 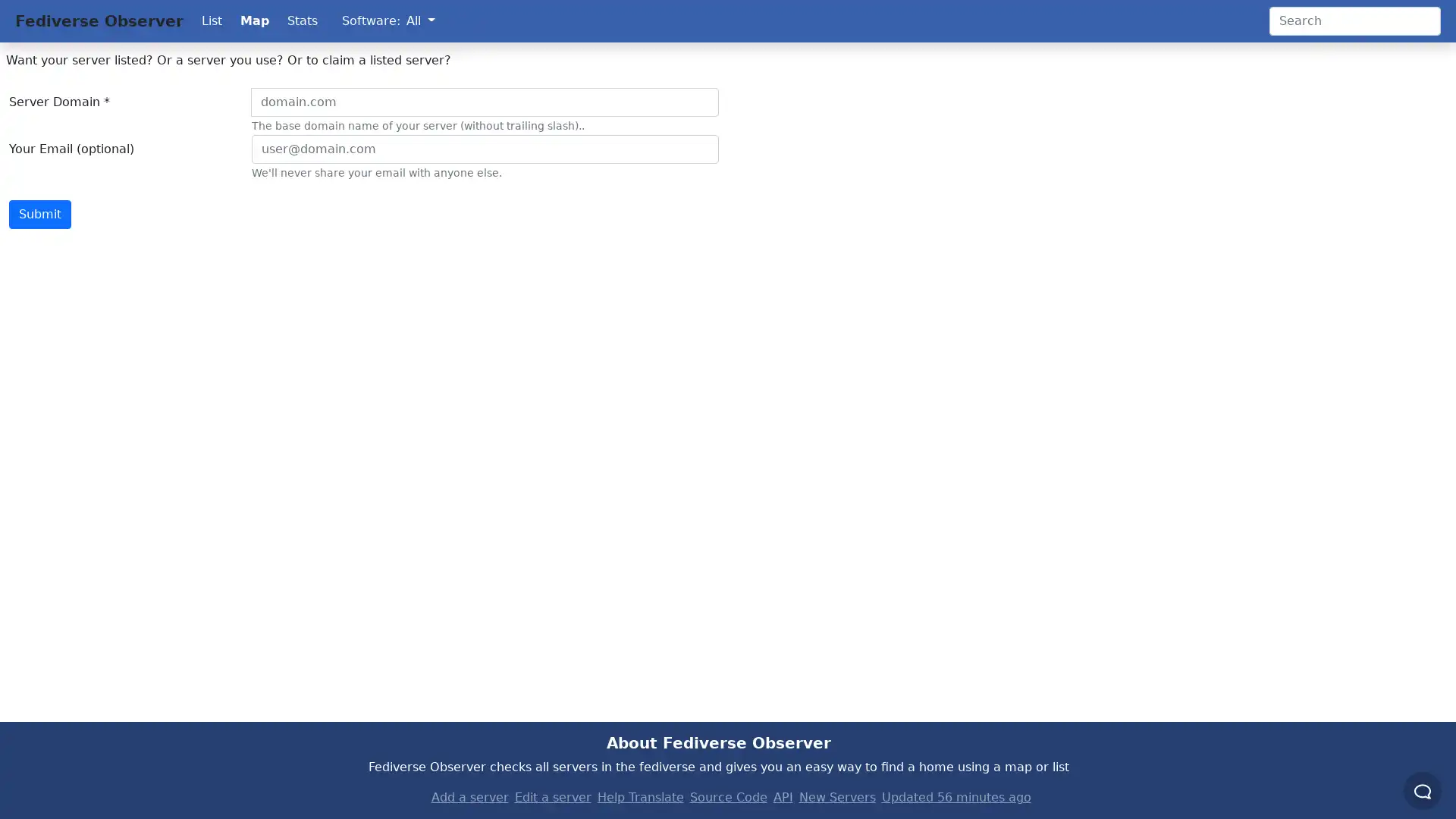 I want to click on Submit, so click(x=39, y=214).